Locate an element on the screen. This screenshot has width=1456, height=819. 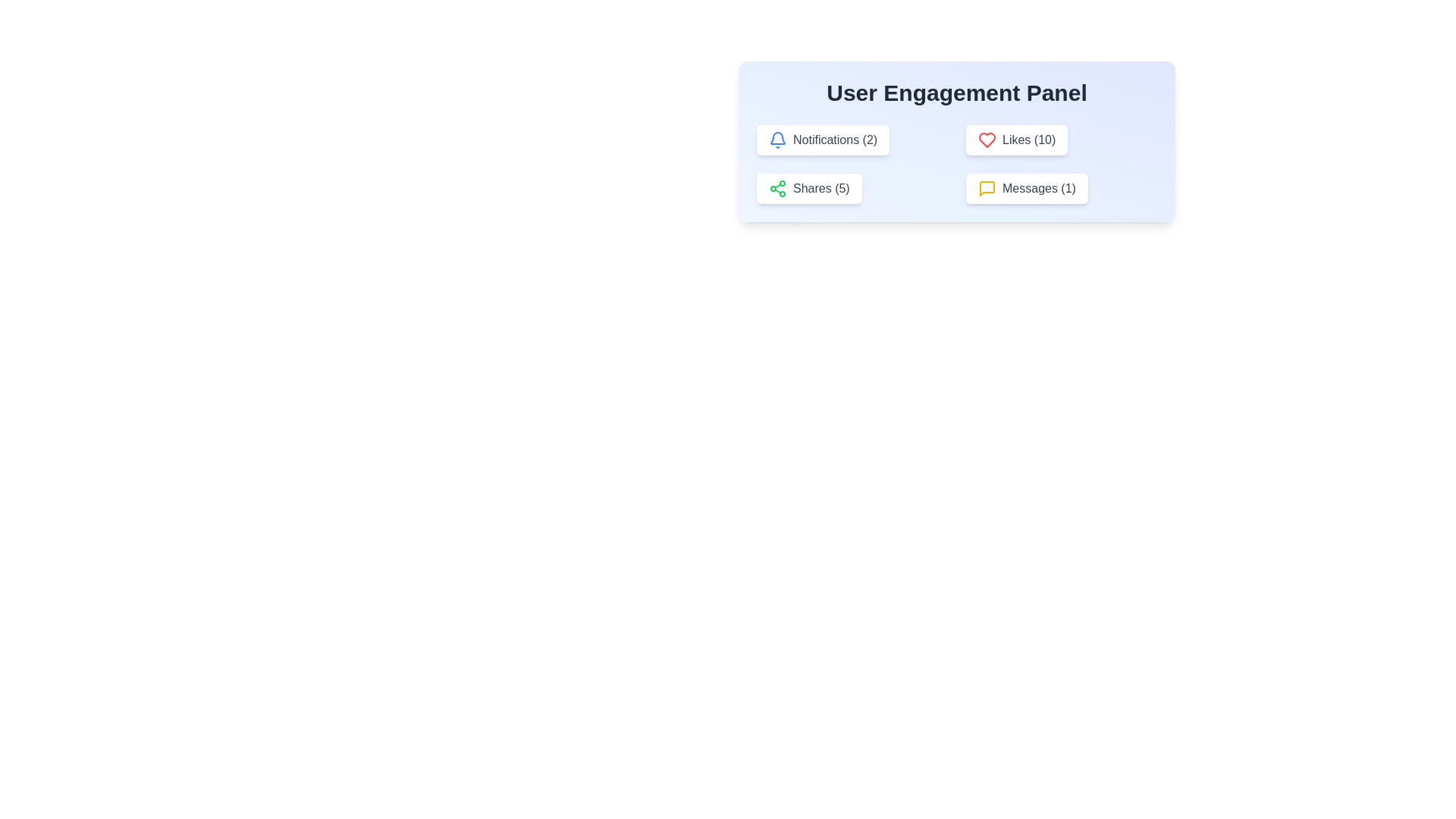
the 'Messages (1)' button, which is a rectangular button with a white background and a yellow speech bubble icon, located in the User Engagement Panel is located at coordinates (1027, 188).